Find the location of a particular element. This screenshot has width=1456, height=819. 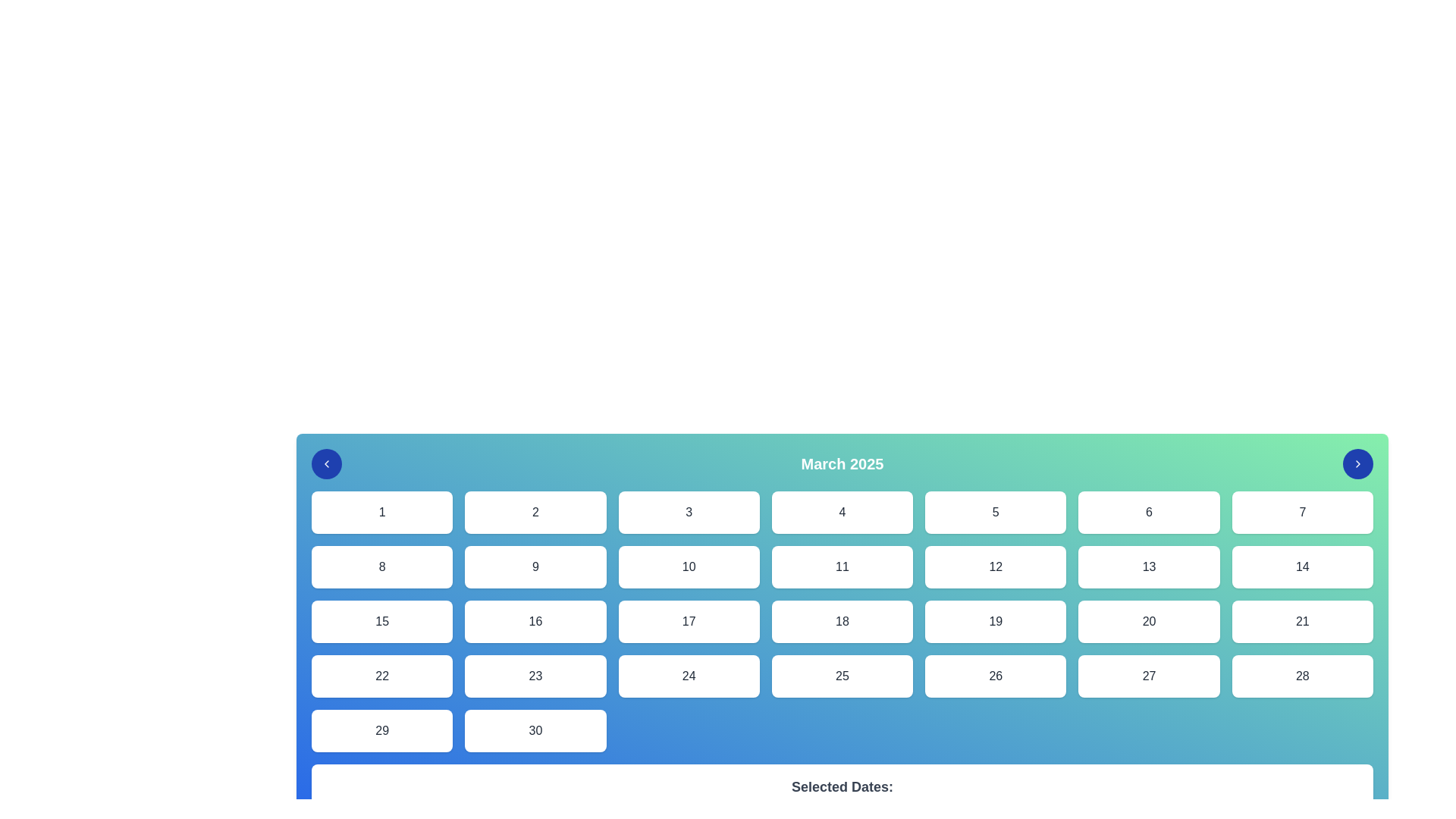

on the calendar date cell displaying the number '23', which is located in the fourth row and second column of the grid structure is located at coordinates (535, 675).